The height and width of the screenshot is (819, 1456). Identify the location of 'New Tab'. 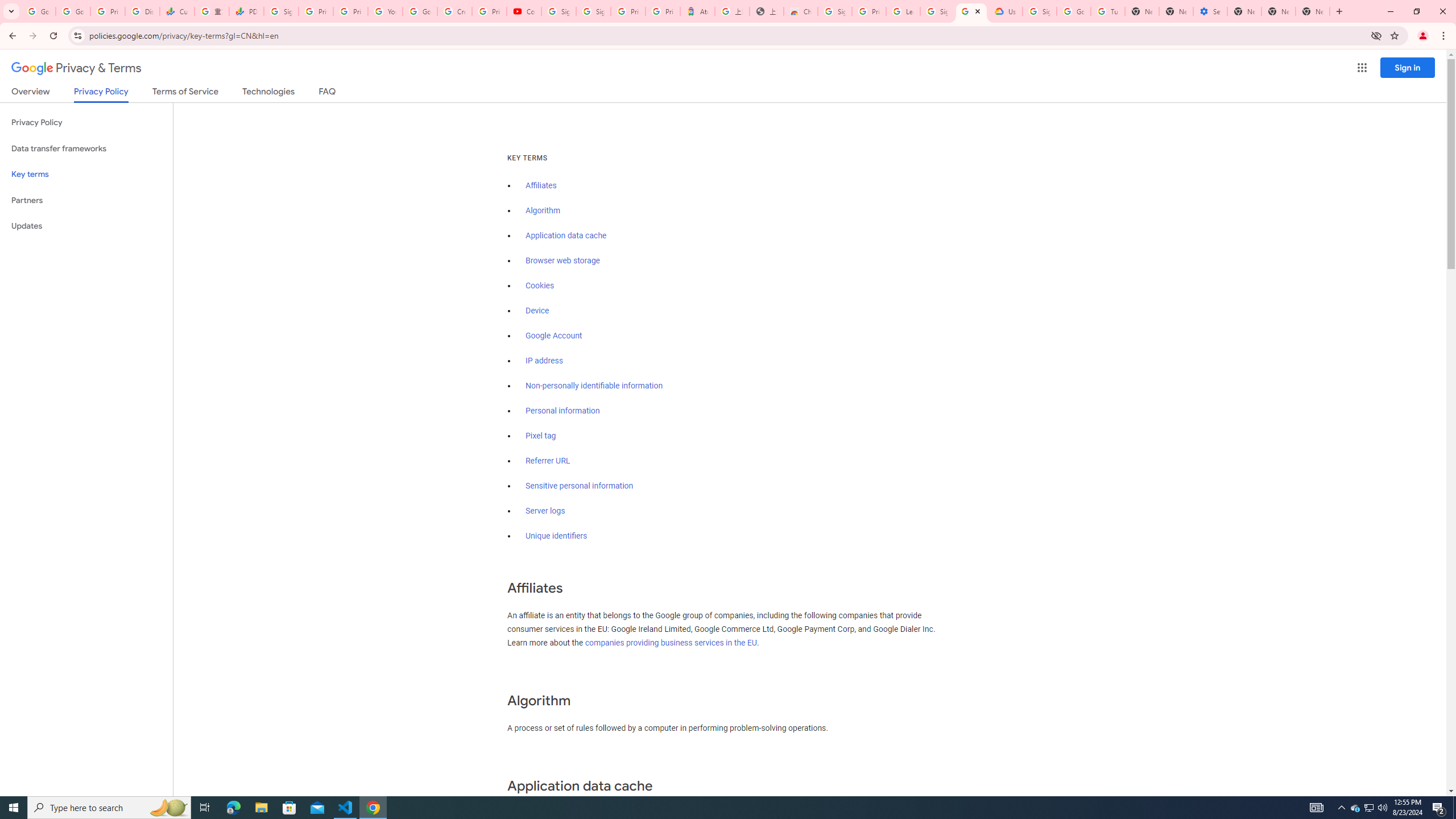
(1243, 11).